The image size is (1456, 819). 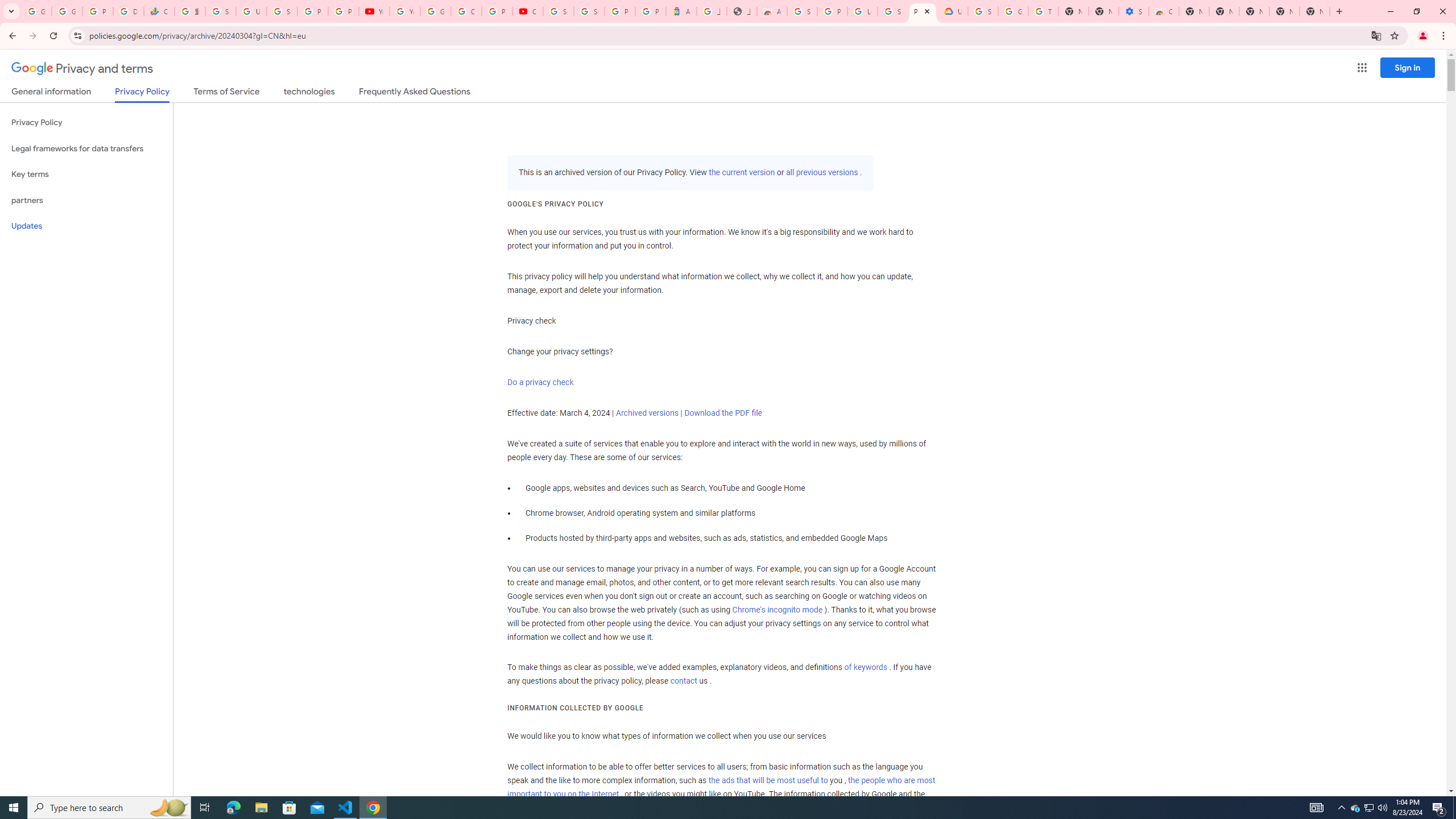 I want to click on 'New Tab', so click(x=1314, y=11).